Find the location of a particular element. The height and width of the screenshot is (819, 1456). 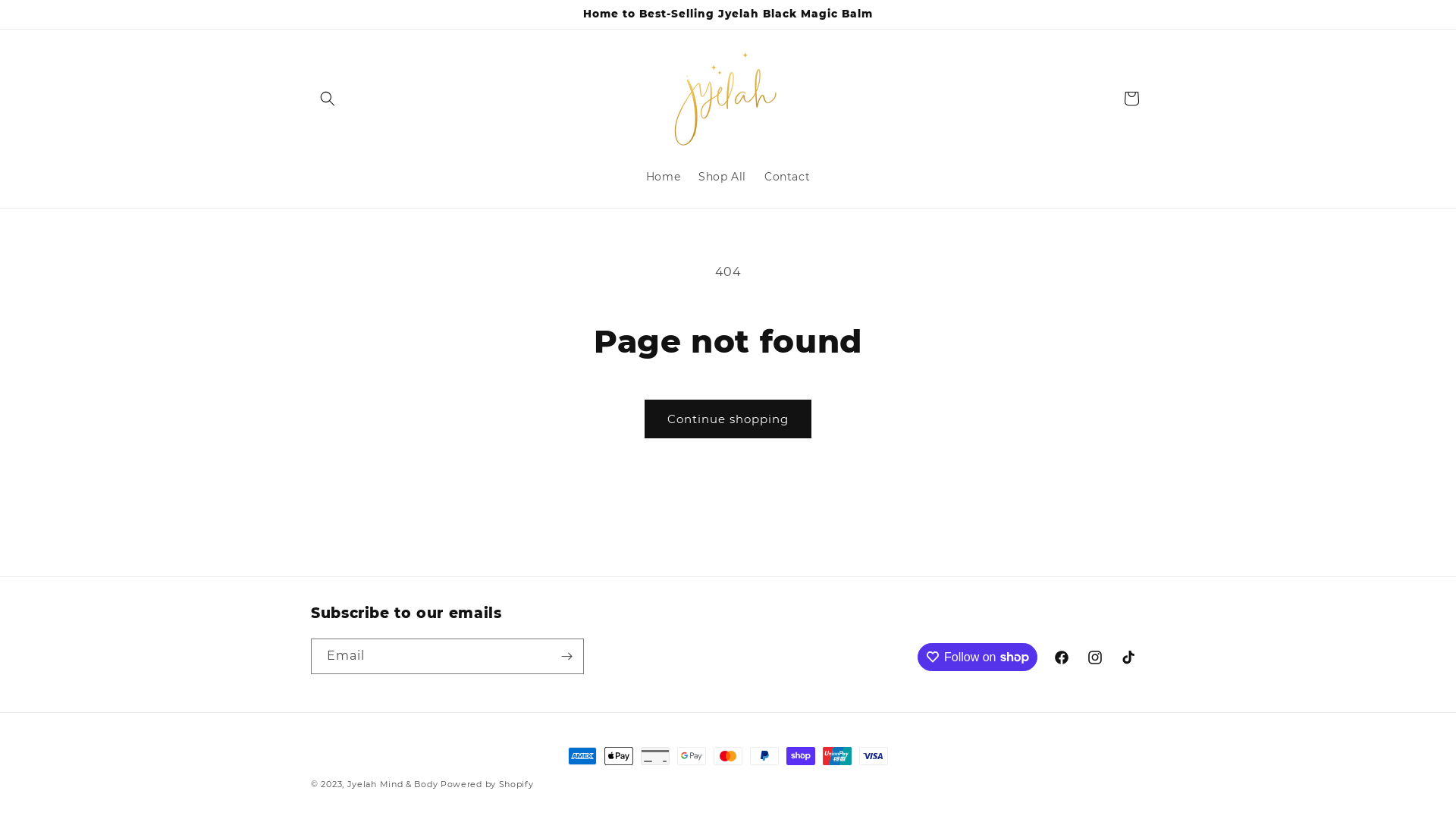

'Instagram' is located at coordinates (1095, 657).